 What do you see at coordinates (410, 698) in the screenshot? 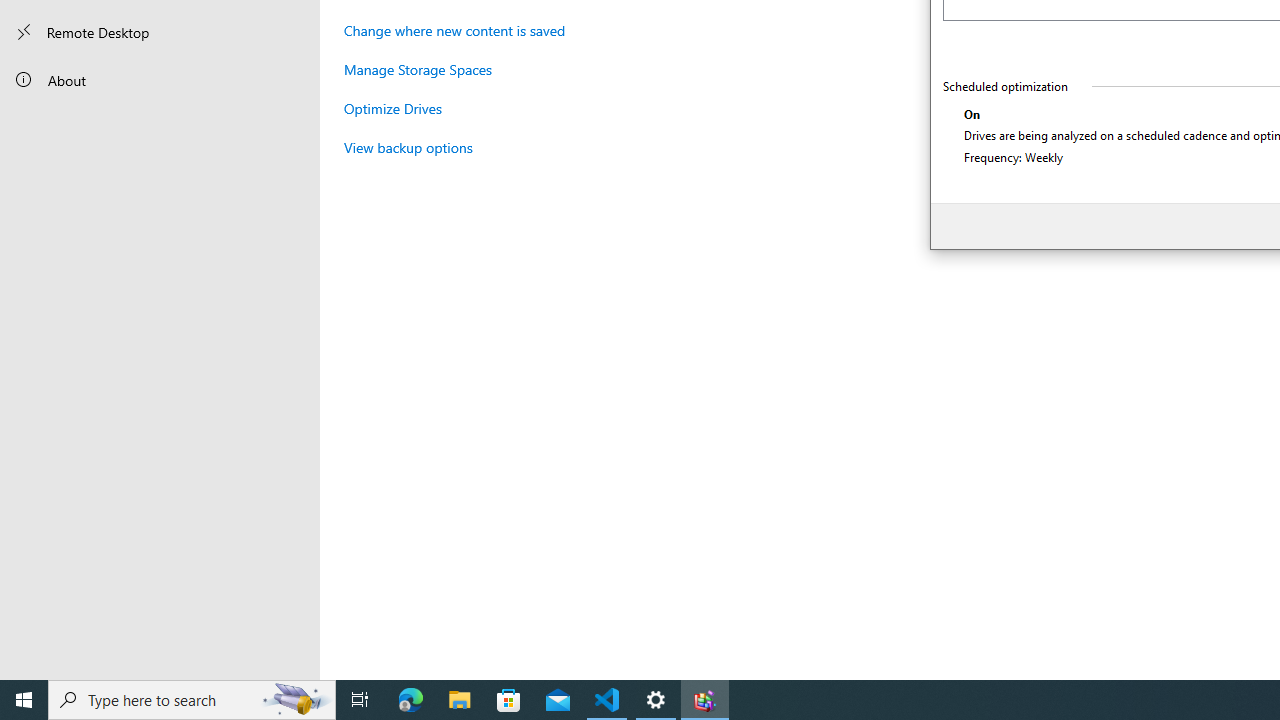
I see `'Microsoft Edge'` at bounding box center [410, 698].